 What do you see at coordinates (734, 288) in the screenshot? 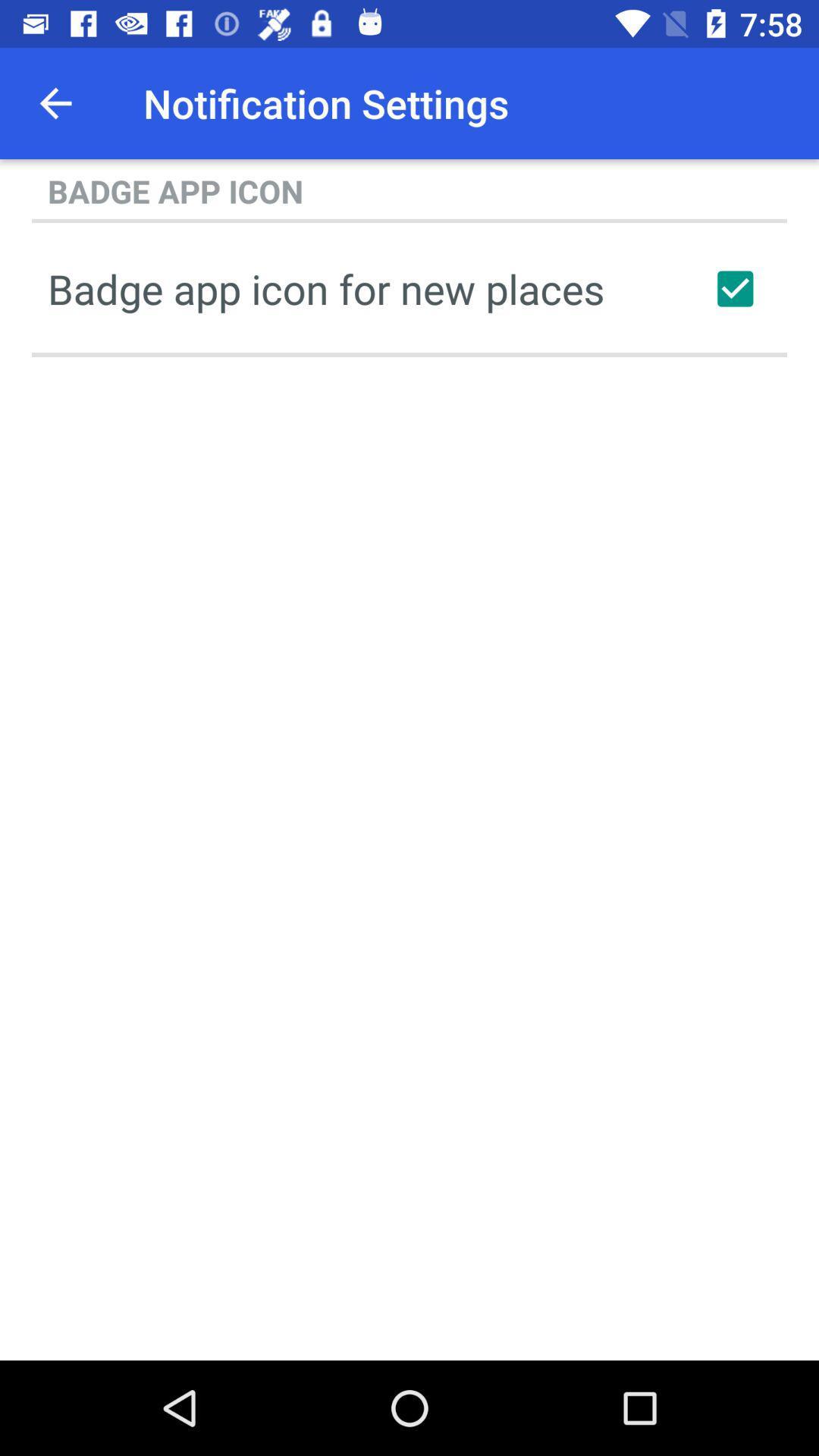
I see `icon next to the badge app icon item` at bounding box center [734, 288].